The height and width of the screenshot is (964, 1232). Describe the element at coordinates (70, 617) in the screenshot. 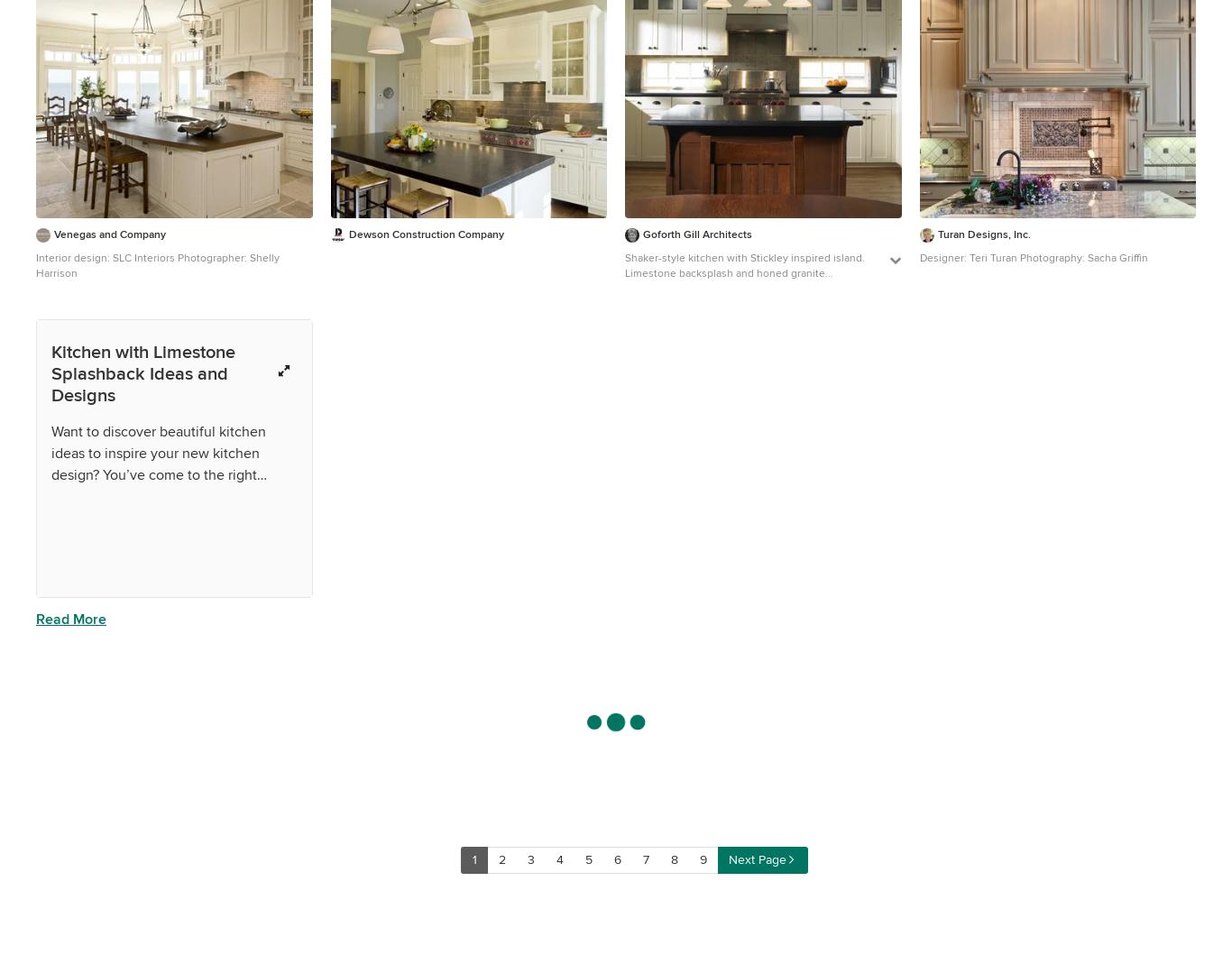

I see `'Read More'` at that location.